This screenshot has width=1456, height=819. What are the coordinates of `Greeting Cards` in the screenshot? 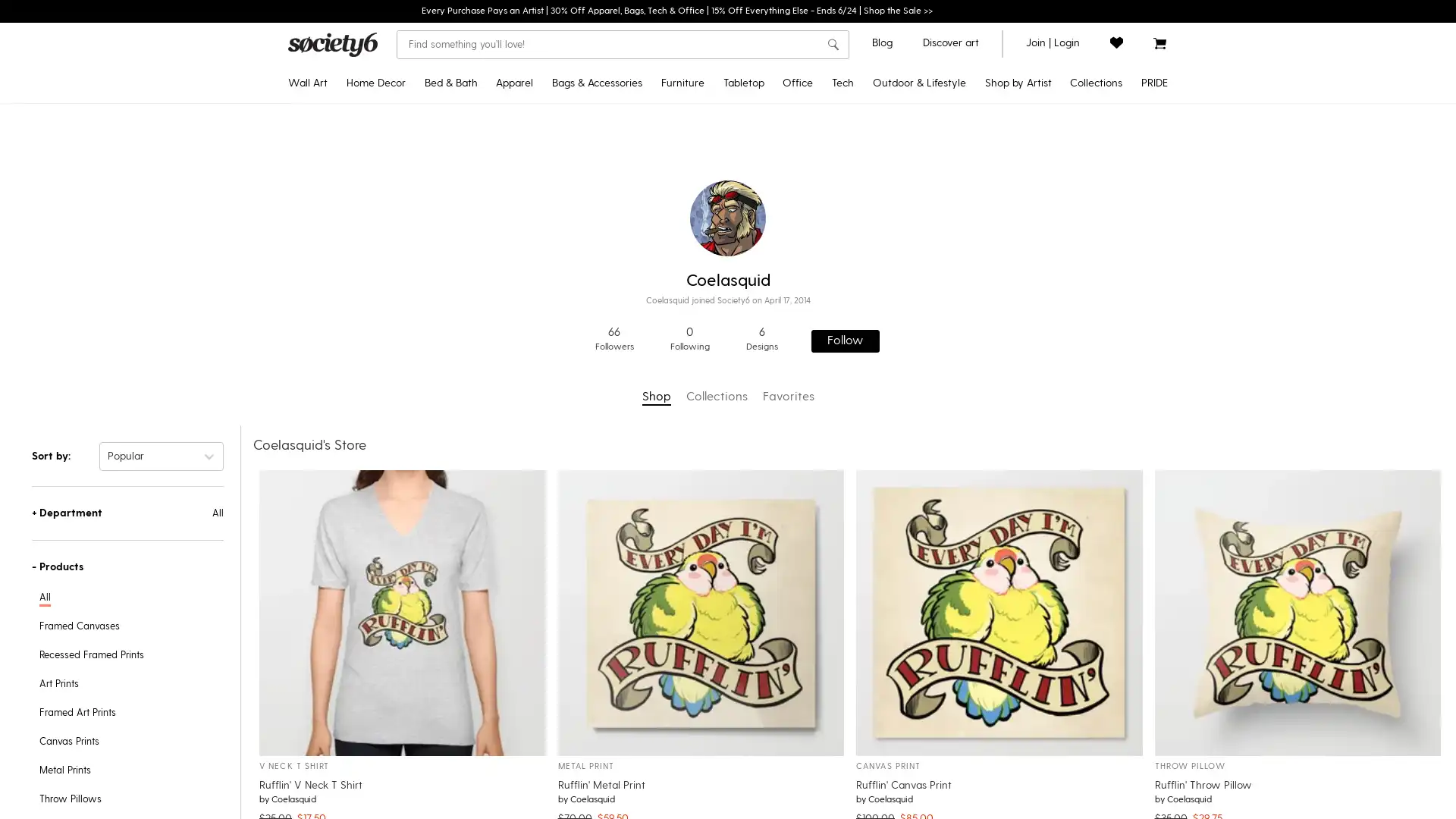 It's located at (835, 342).